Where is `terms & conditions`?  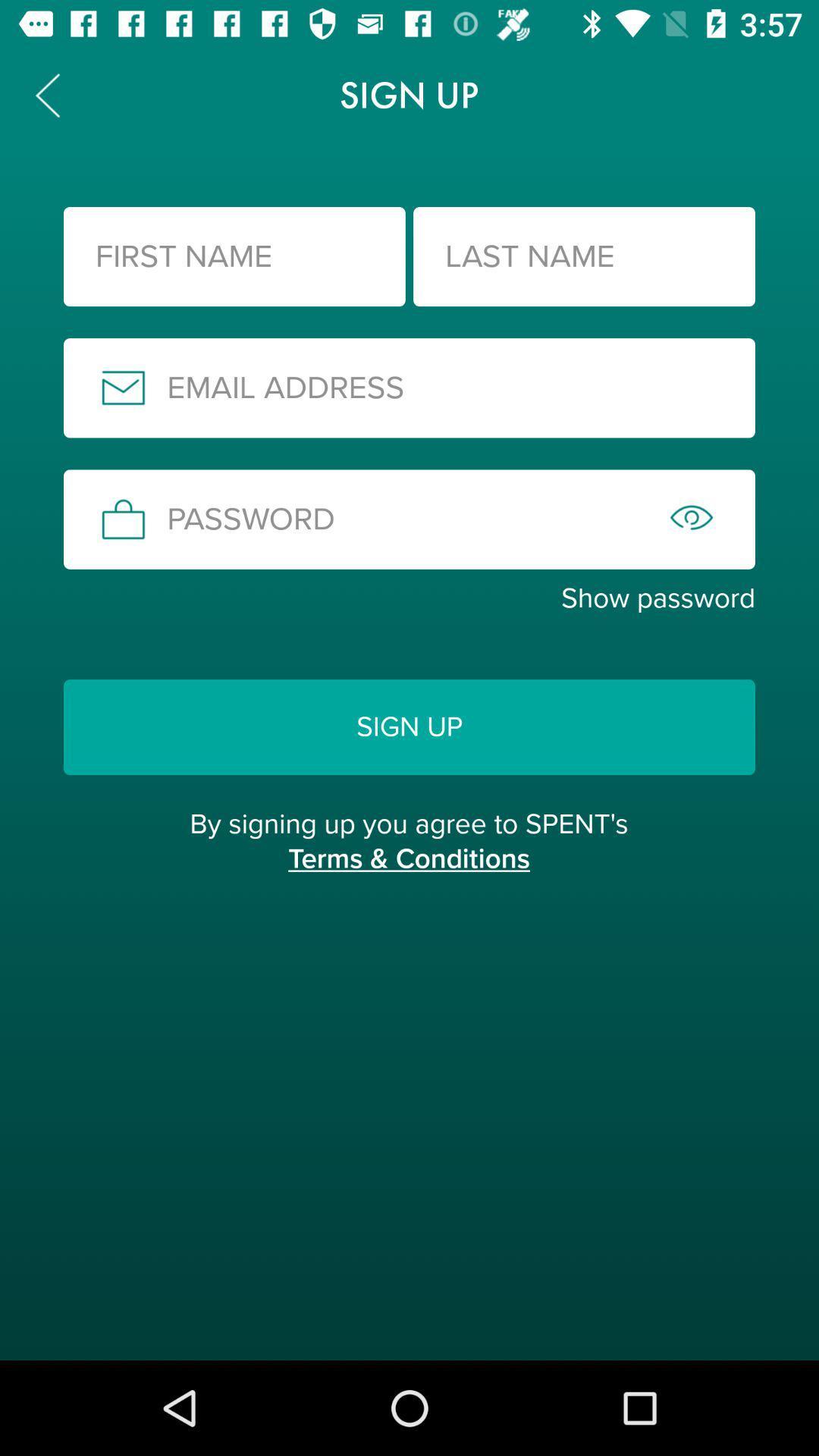 terms & conditions is located at coordinates (408, 875).